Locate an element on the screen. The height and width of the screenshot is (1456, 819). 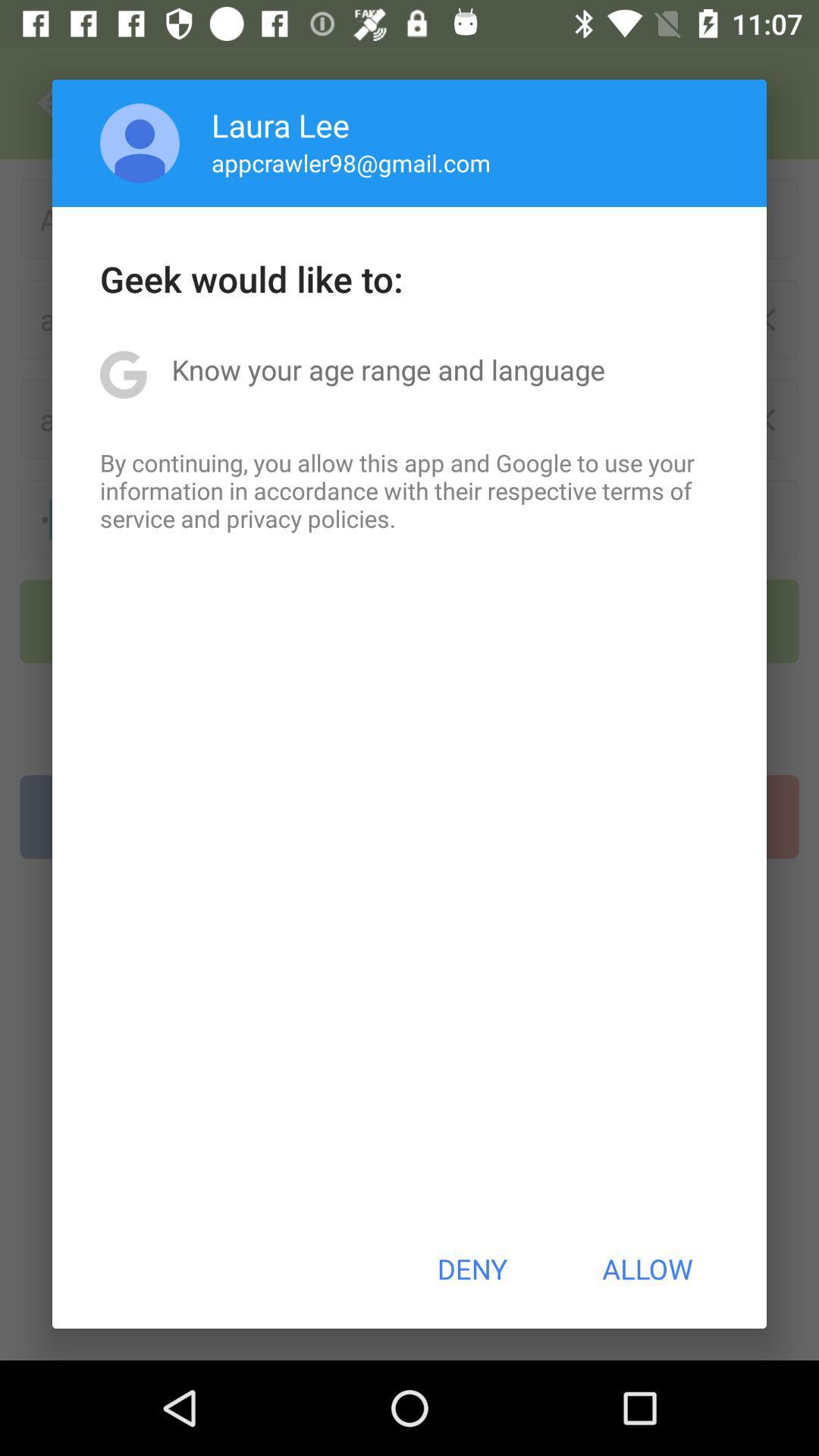
deny button is located at coordinates (471, 1269).